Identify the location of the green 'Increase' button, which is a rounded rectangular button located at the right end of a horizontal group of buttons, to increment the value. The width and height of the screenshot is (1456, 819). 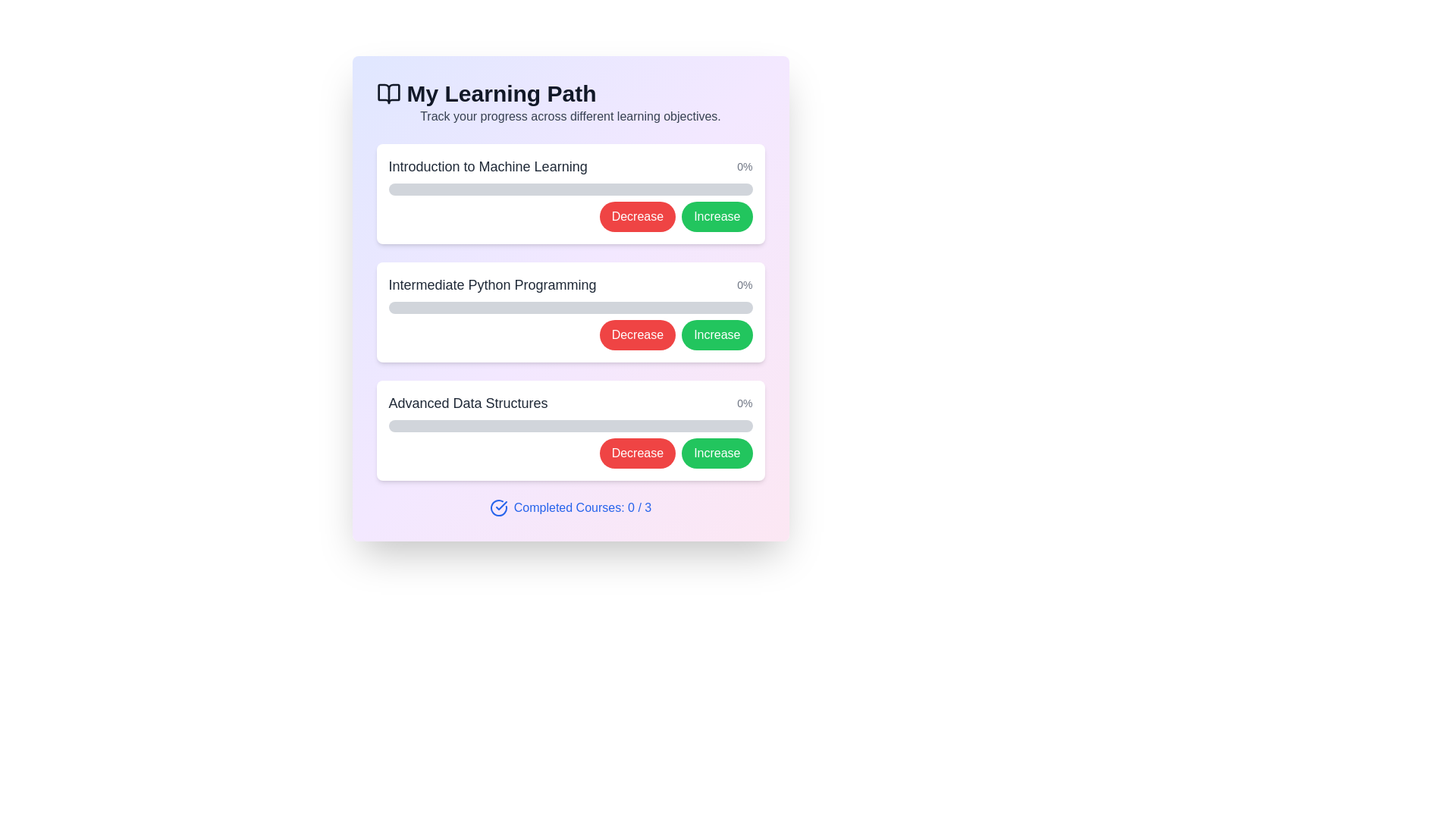
(716, 216).